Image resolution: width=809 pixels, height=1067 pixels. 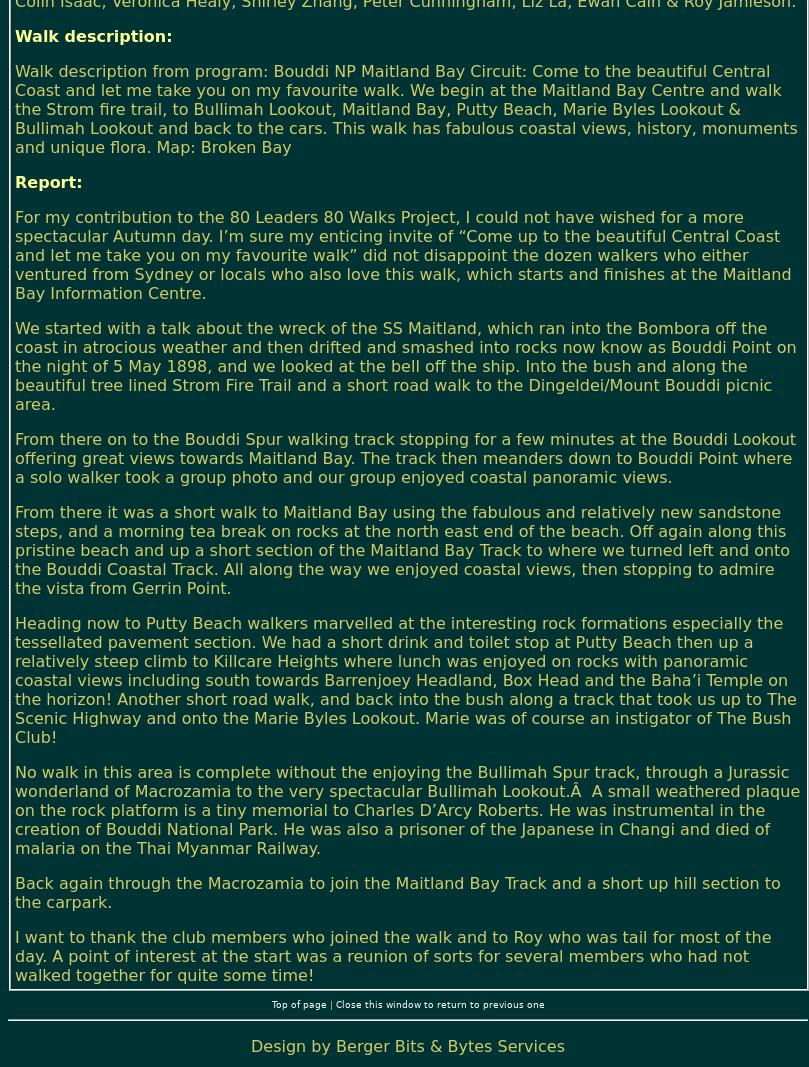 I want to click on 'For my contribution to the 80 Leaders 80 Walks Project, I could not 
        have   wished for a more spectacular Autumn day. I’m sure my enticing invite 
        of   “Come up to the beautiful Central Coast and let me take you on my 
        favourite   walk” did not disappoint the dozen walkers who either ventured 
        from Sydney   or locals who also love this walk, which starts and finishes at 
        the Maitland   Bay Information Centre.', so click(x=14, y=254).